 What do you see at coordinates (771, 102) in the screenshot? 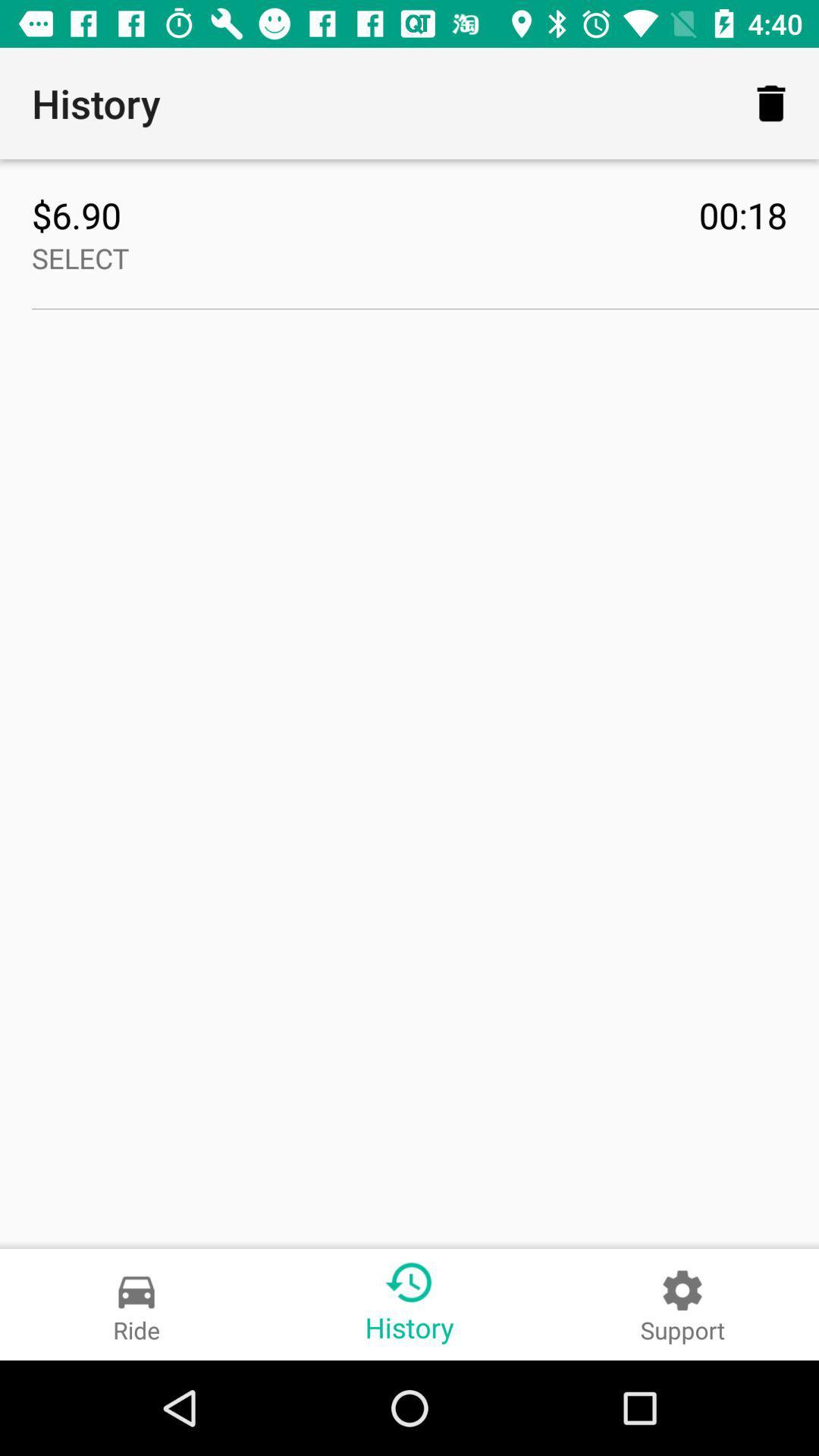
I see `icon above the 00:18 icon` at bounding box center [771, 102].